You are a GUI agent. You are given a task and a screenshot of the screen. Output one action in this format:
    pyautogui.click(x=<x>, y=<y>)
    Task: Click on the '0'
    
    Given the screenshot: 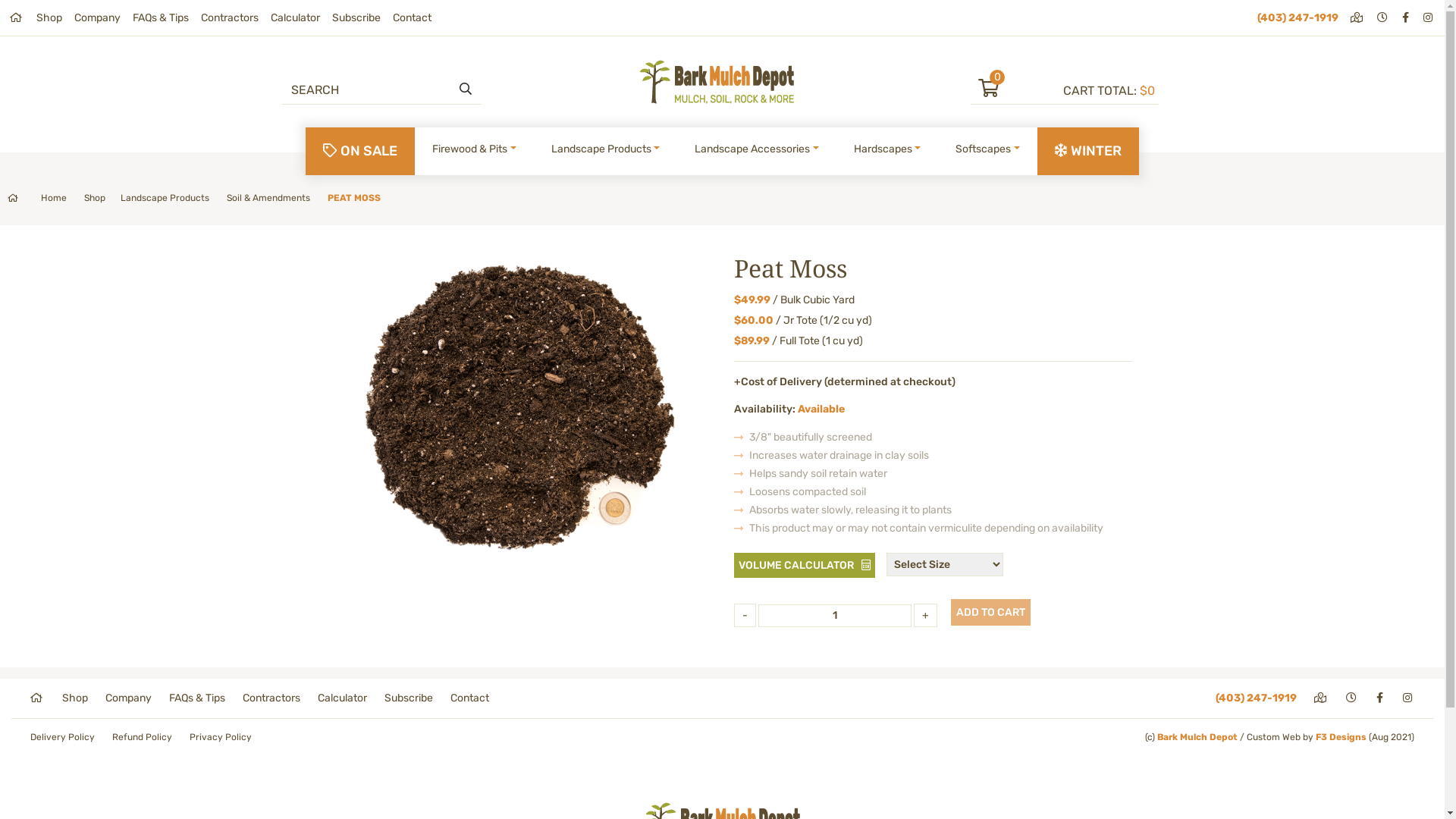 What is the action you would take?
    pyautogui.click(x=1016, y=90)
    